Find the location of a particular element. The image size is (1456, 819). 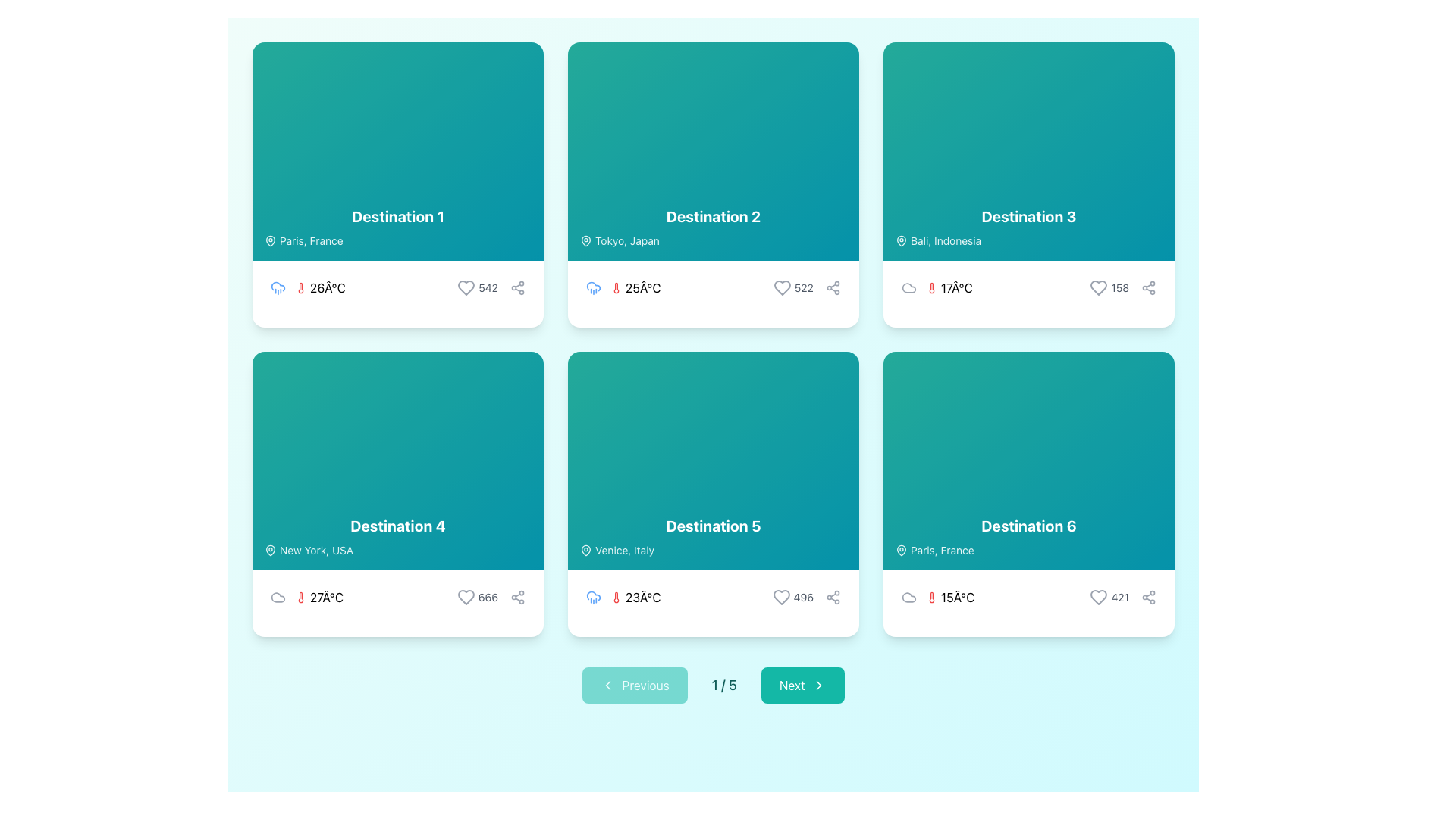

the thermometer icon in the weather display row of the 'Destination 3' card, which represents the temperature is located at coordinates (930, 288).